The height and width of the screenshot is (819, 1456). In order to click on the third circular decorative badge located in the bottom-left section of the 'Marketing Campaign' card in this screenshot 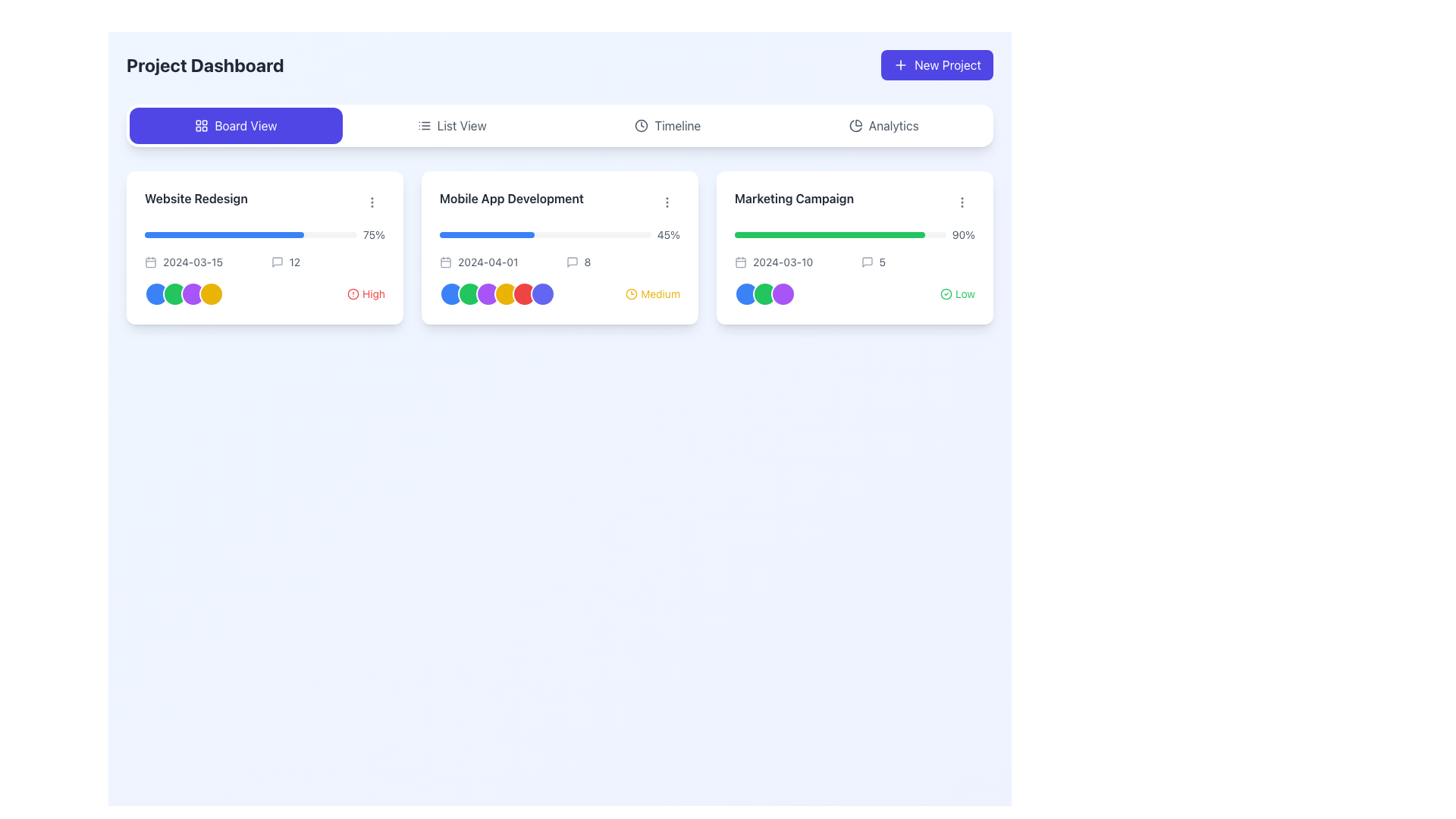, I will do `click(783, 294)`.